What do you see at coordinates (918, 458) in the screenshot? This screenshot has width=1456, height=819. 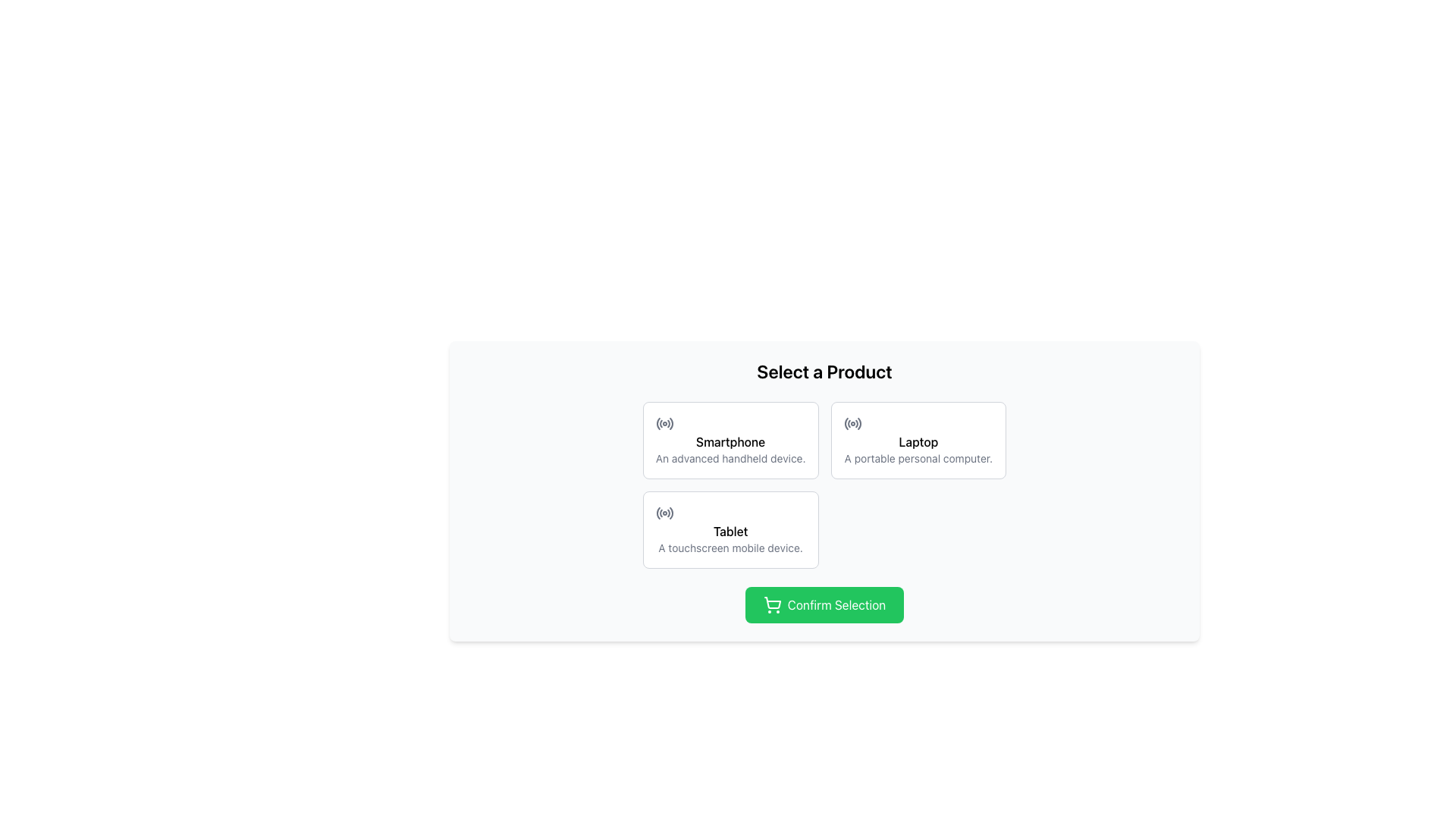 I see `the text snippet 'A portable personal computer.' located within the card labeled 'Laptop', which is visually paired with the bold title 'Laptop'` at bounding box center [918, 458].